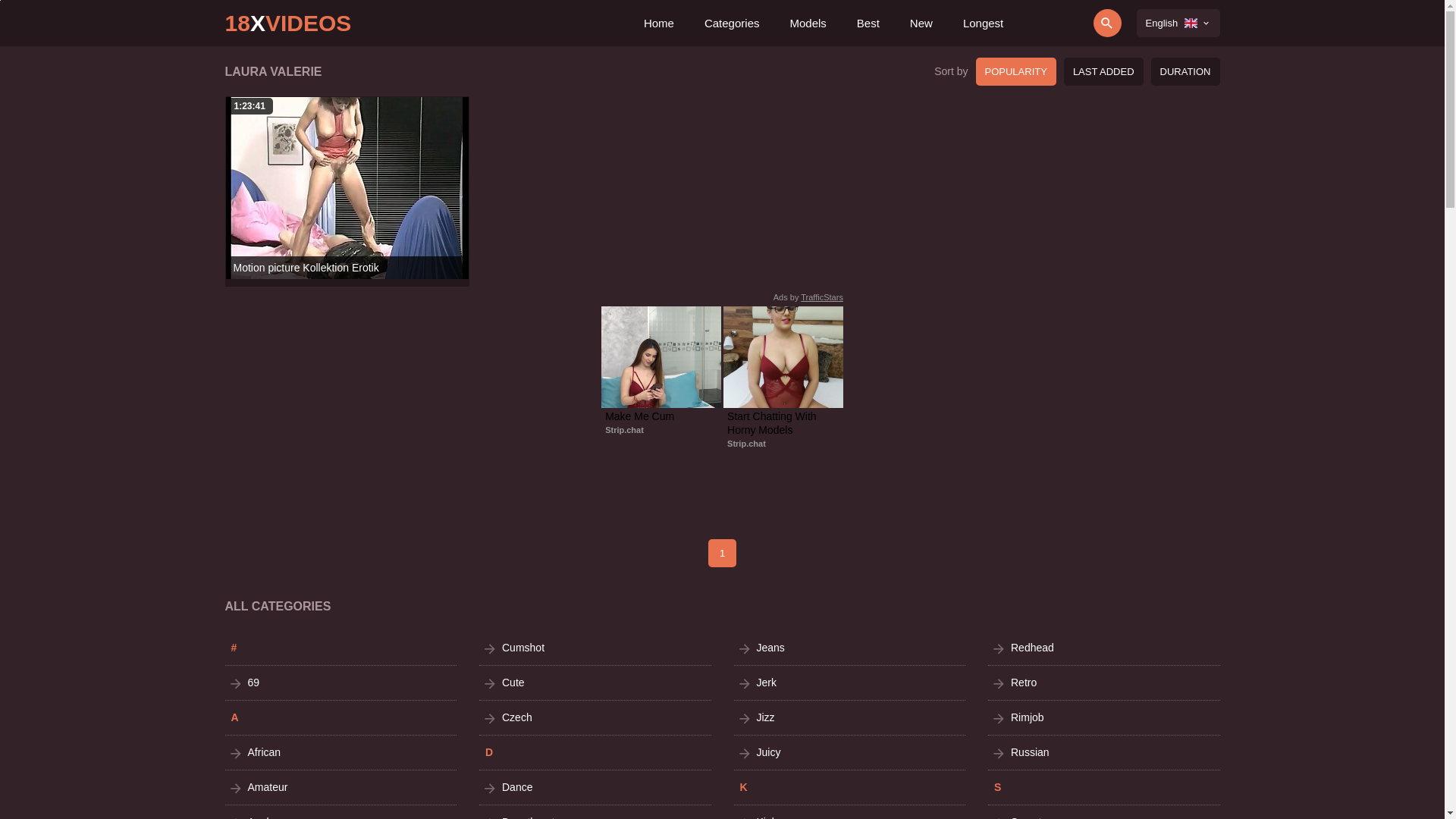  What do you see at coordinates (340, 786) in the screenshot?
I see `'Amateur'` at bounding box center [340, 786].